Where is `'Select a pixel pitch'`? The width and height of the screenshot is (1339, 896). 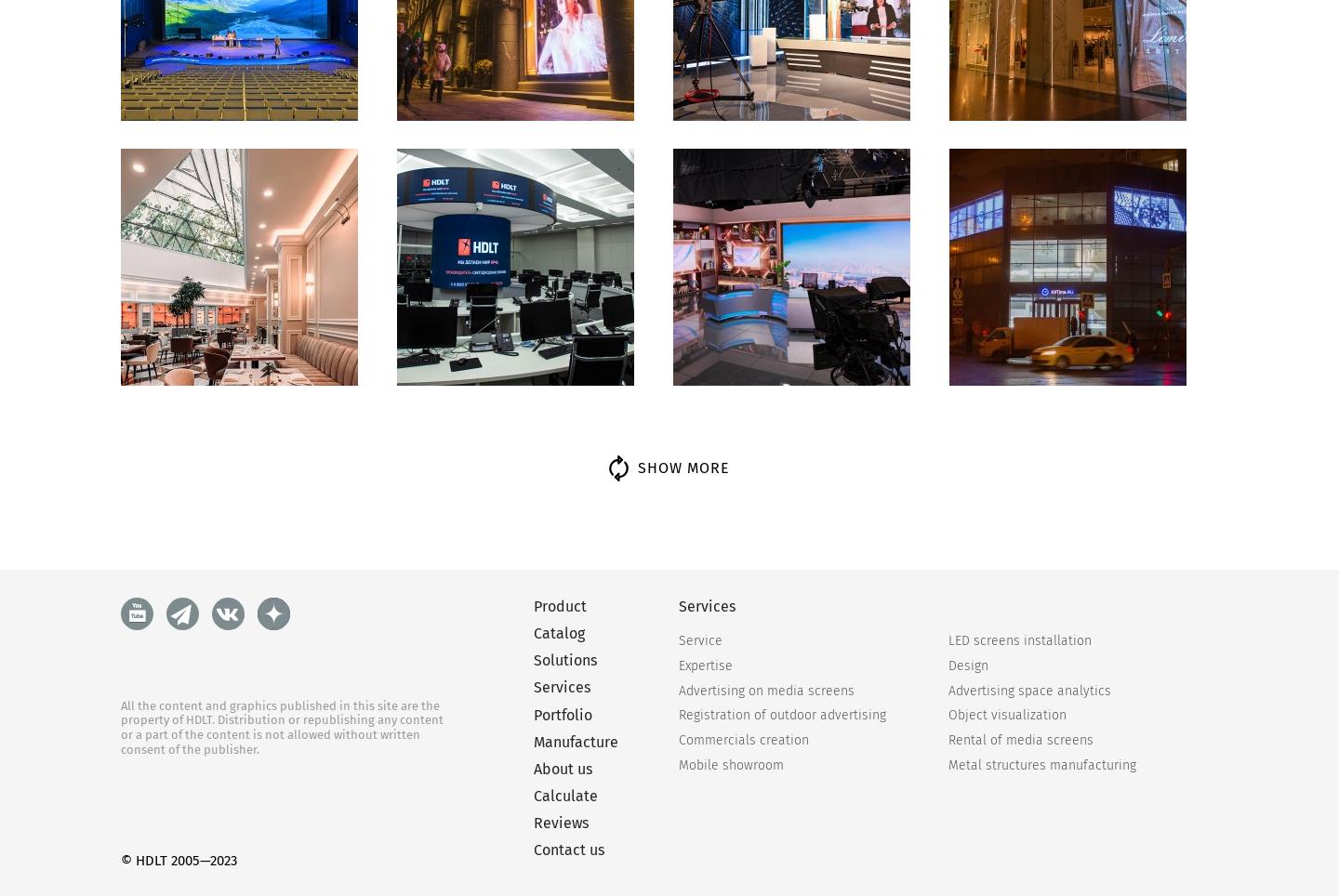 'Select a pixel pitch' is located at coordinates (751, 746).